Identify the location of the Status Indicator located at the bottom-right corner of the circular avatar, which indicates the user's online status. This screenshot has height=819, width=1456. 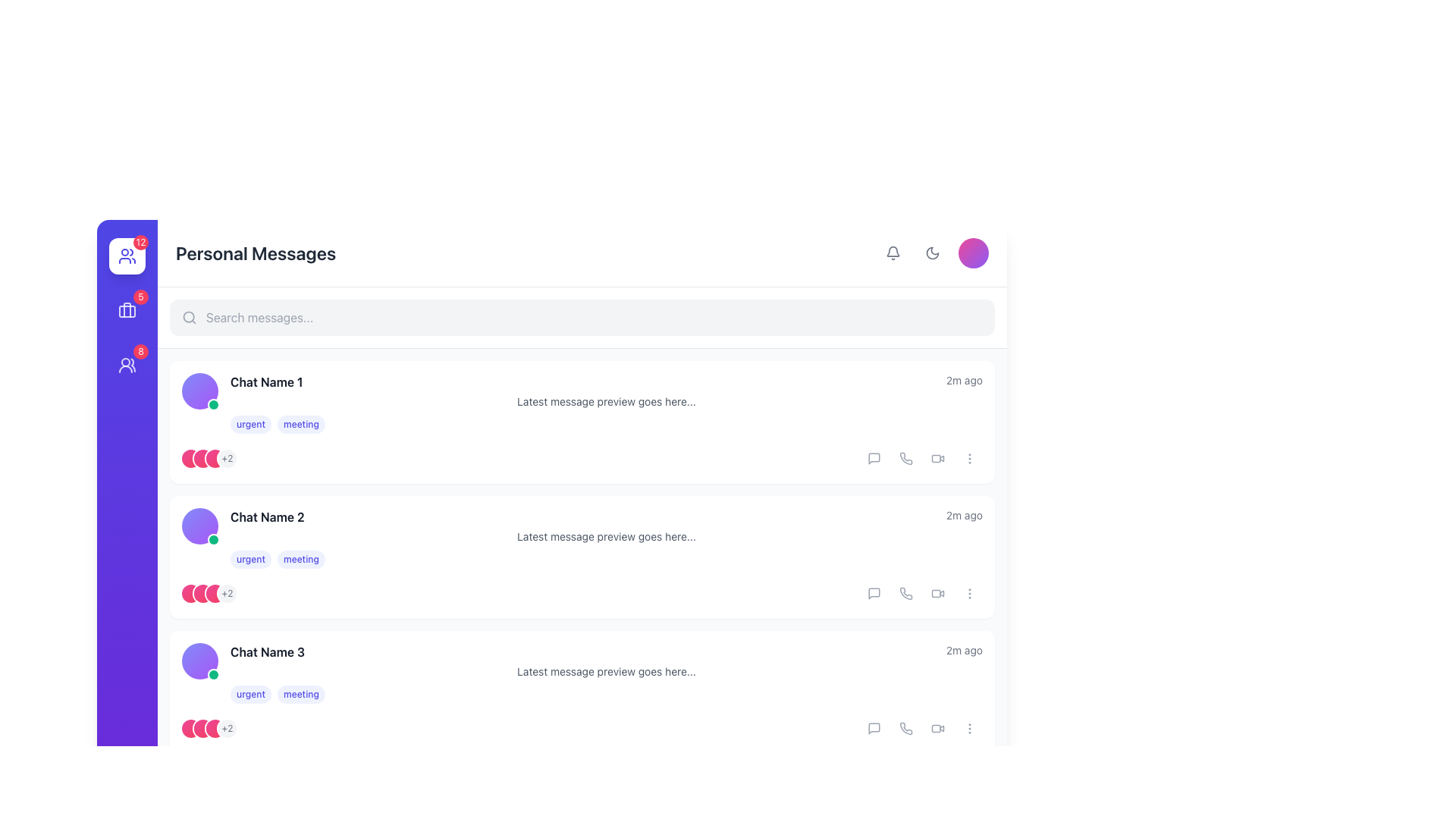
(213, 809).